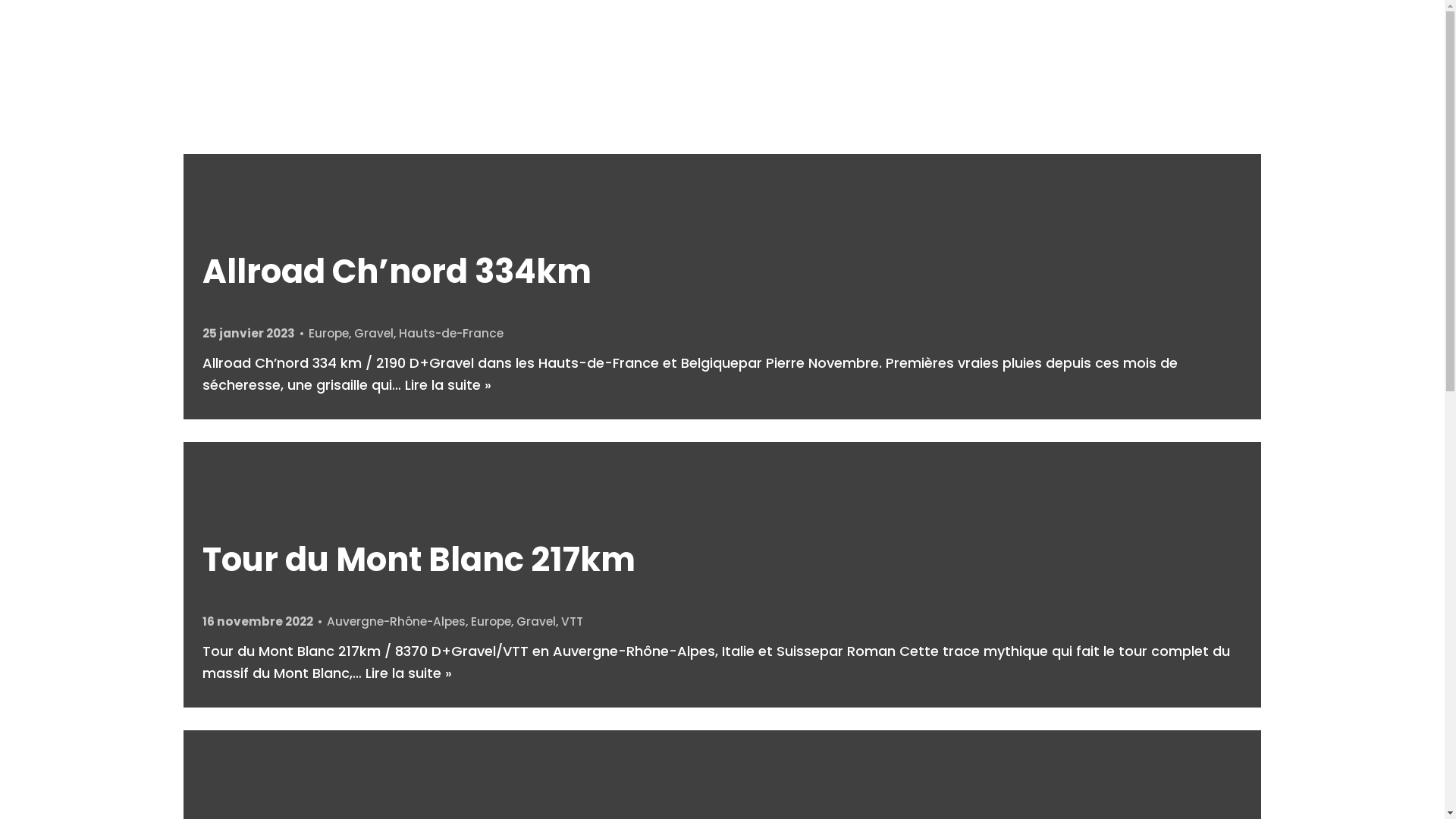 Image resolution: width=1456 pixels, height=819 pixels. What do you see at coordinates (328, 332) in the screenshot?
I see `'Europe'` at bounding box center [328, 332].